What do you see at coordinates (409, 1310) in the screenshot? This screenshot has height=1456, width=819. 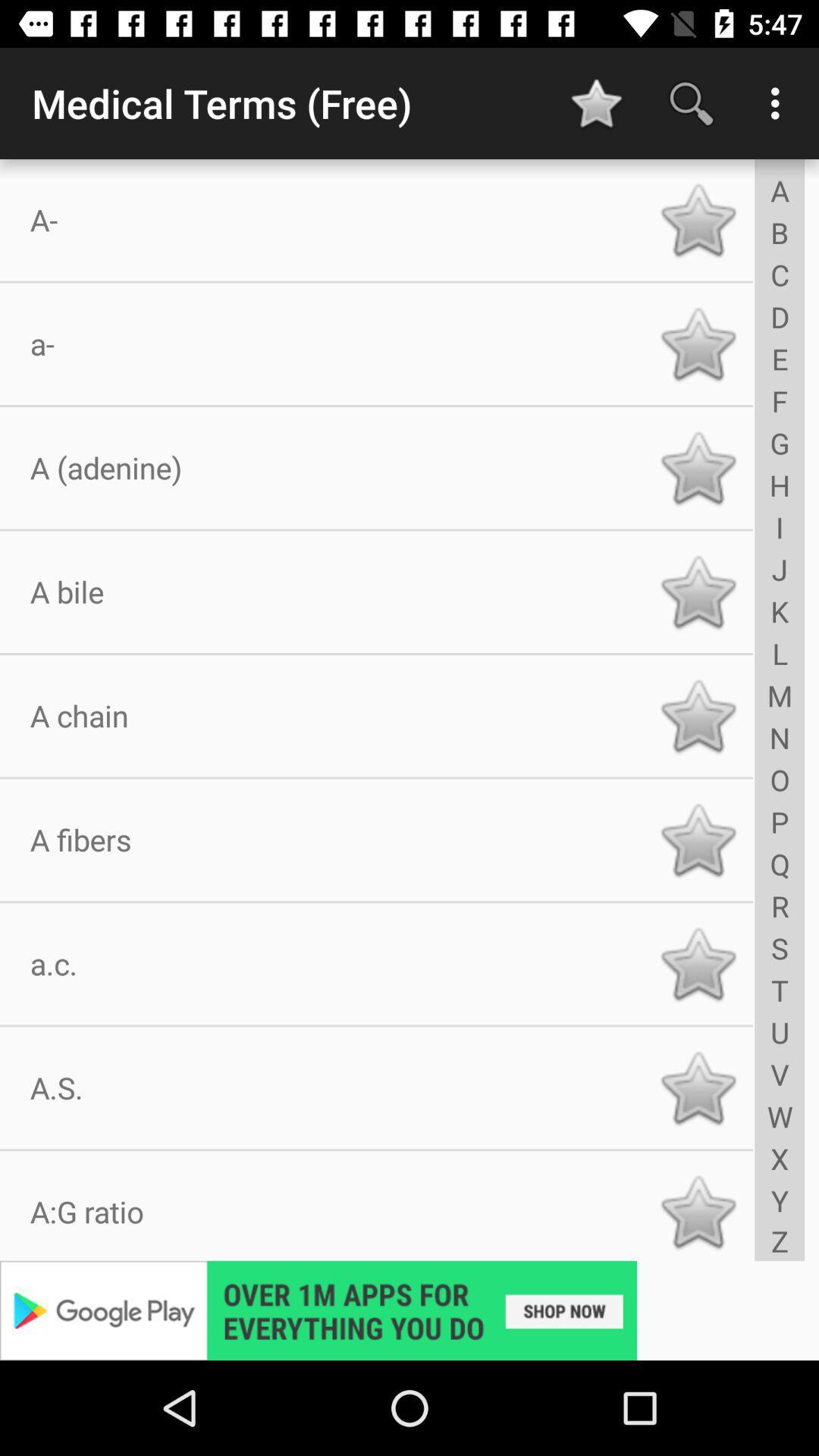 I see `advertising` at bounding box center [409, 1310].